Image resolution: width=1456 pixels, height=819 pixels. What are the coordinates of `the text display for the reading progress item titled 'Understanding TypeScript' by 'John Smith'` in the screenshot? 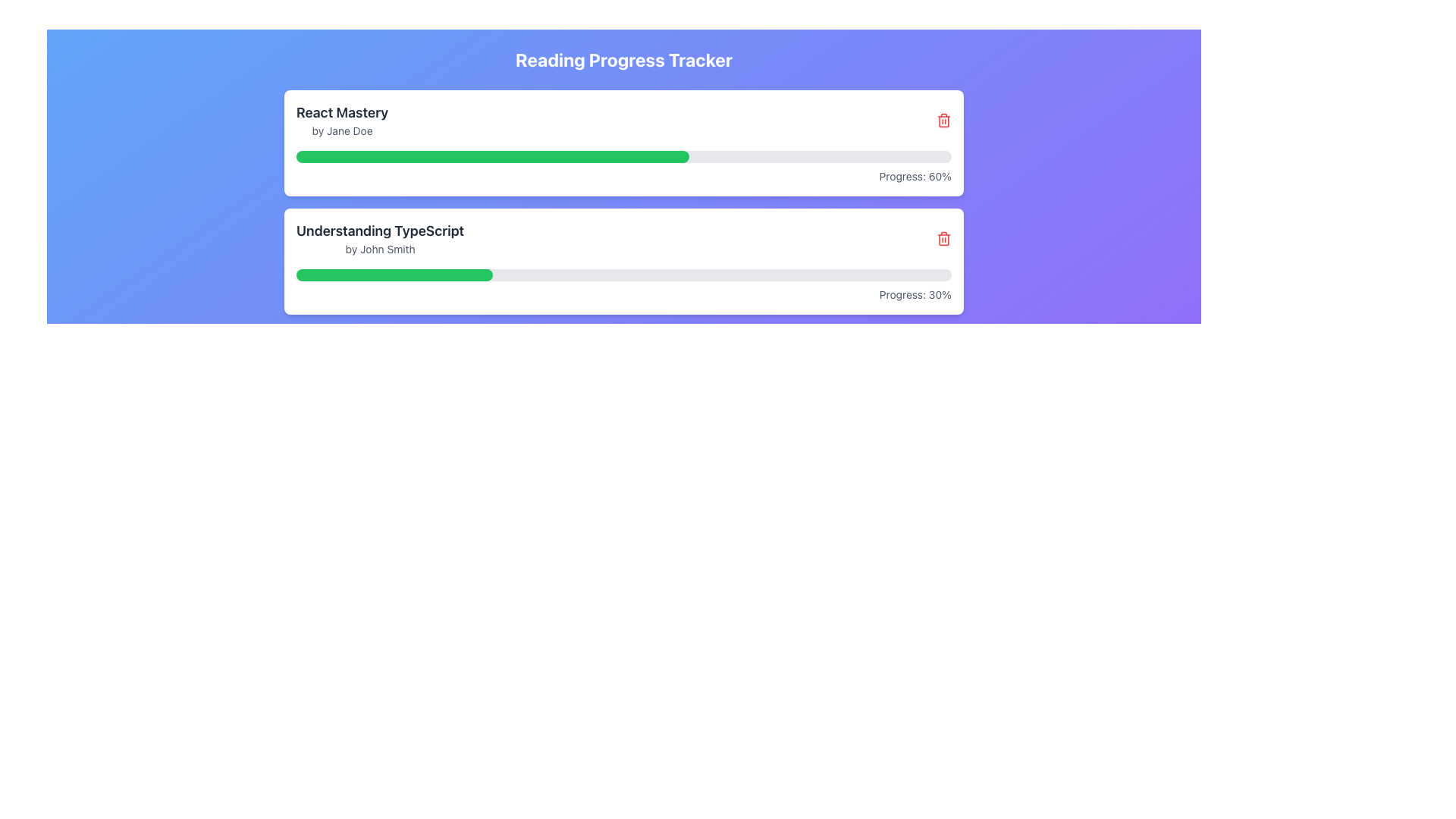 It's located at (380, 239).